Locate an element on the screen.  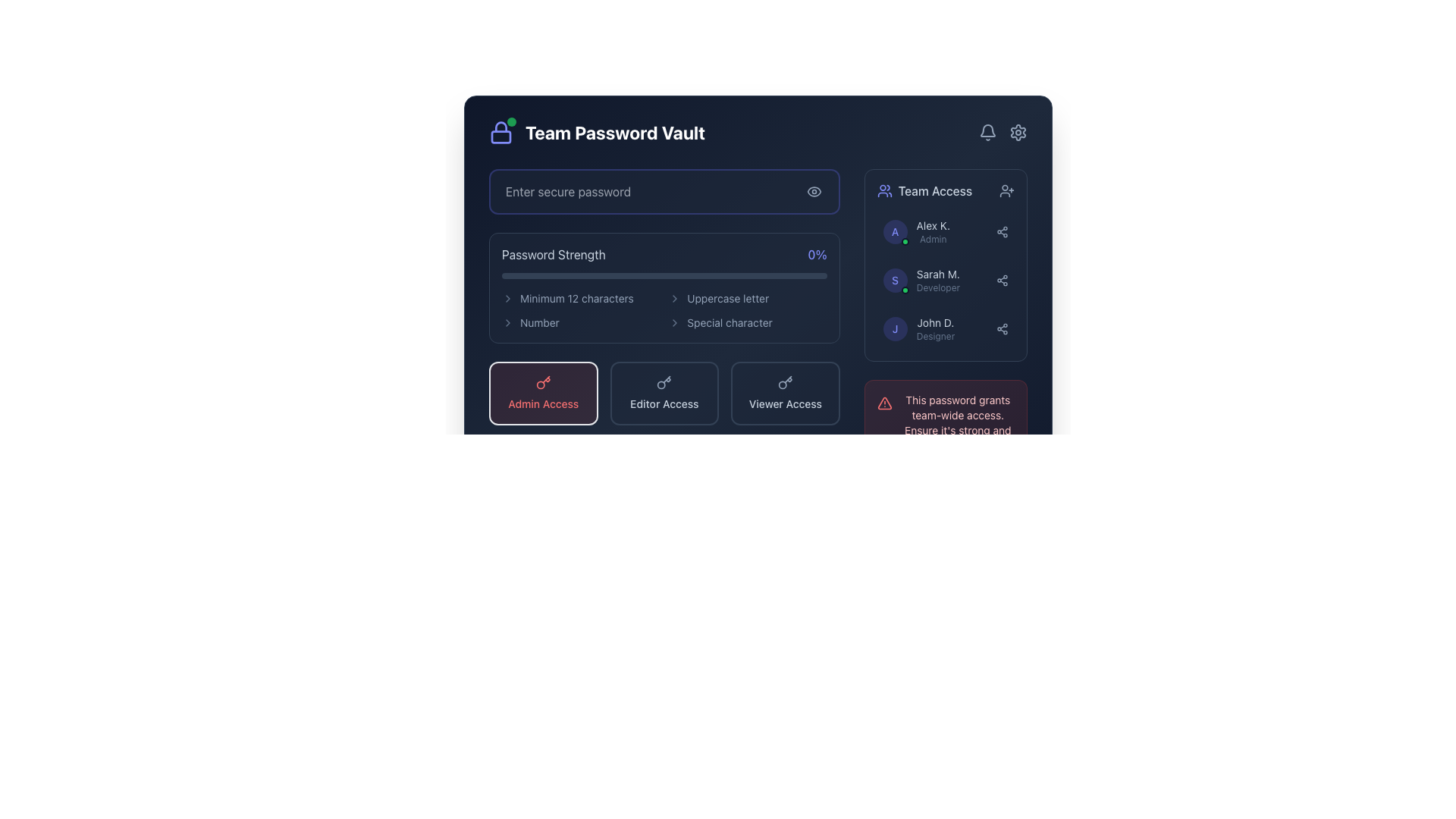
the rightward-pointing chevron icon located at the leftmost position of the group containing the text 'Uppercase letter' is located at coordinates (674, 298).